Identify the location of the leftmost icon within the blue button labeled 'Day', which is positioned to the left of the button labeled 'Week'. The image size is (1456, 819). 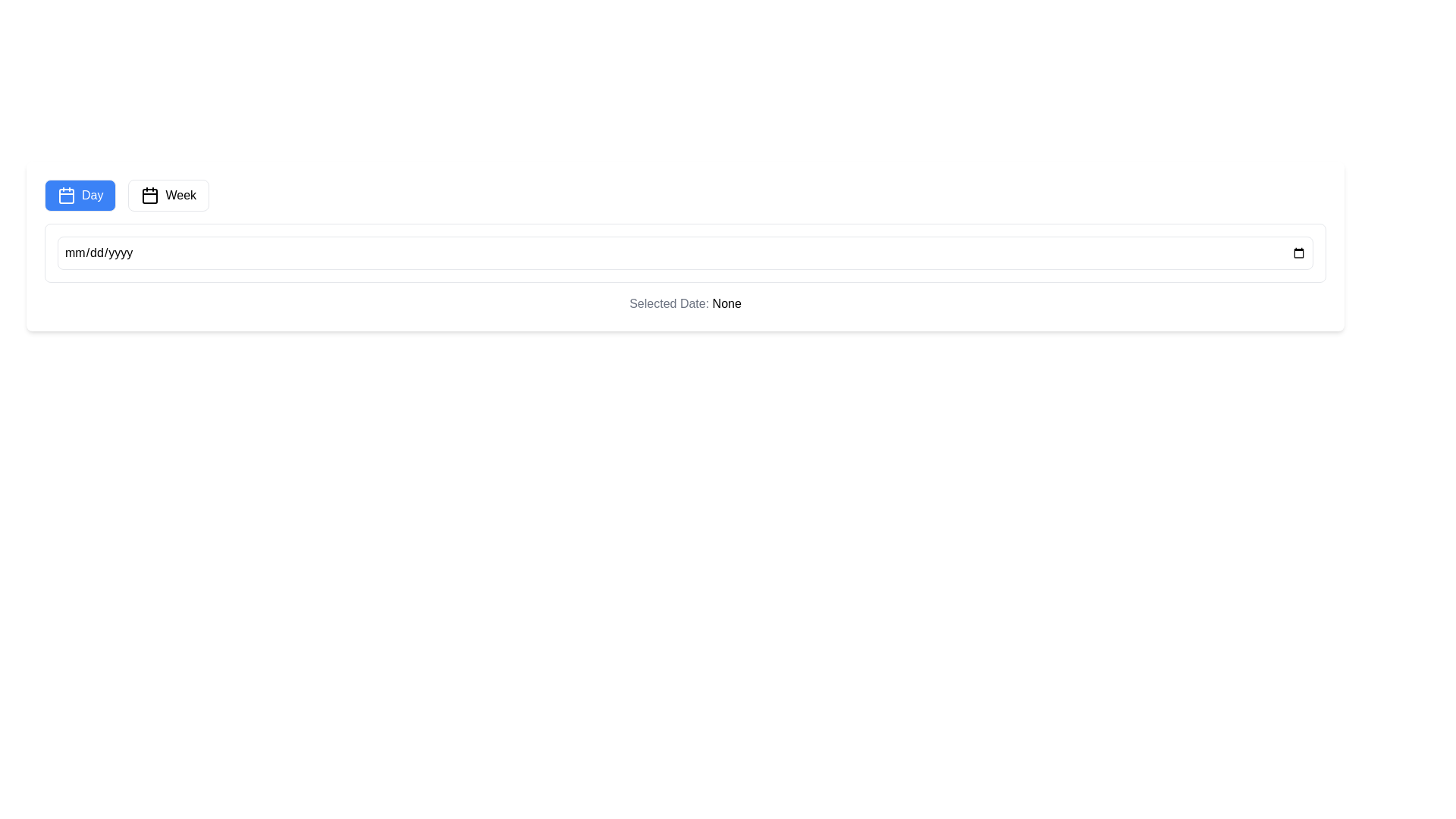
(65, 195).